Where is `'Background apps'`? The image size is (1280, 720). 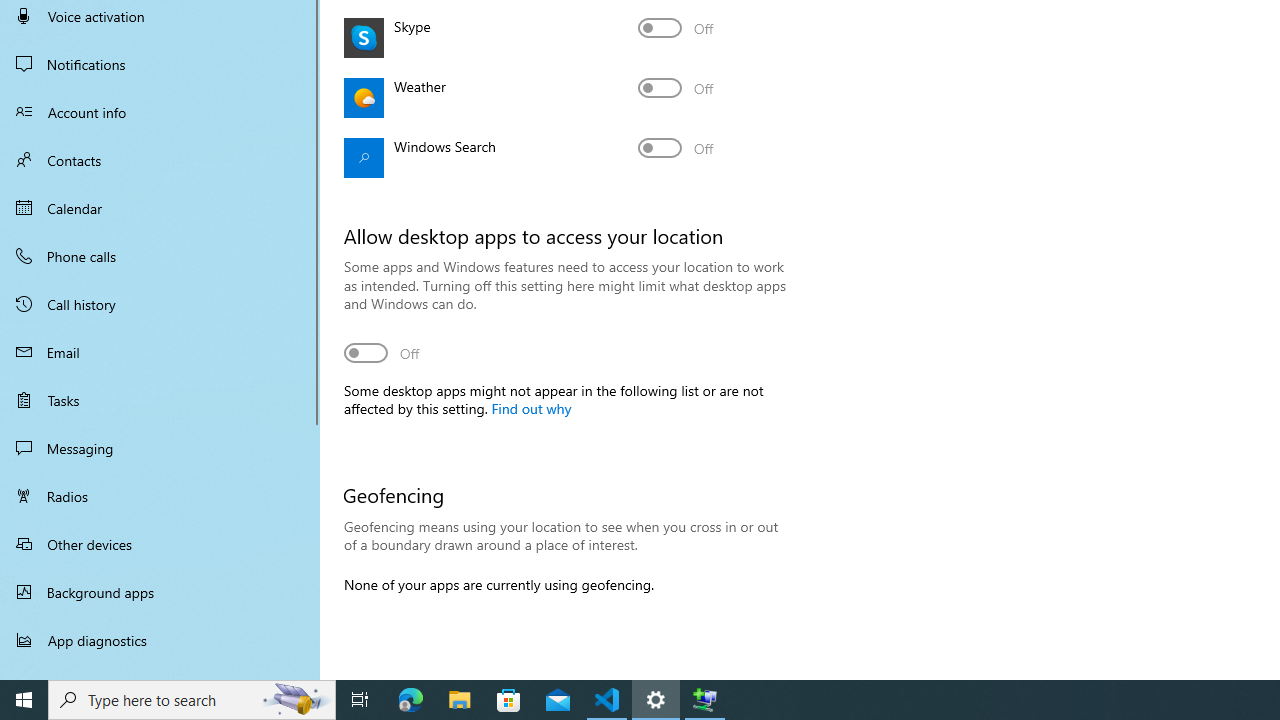
'Background apps' is located at coordinates (160, 591).